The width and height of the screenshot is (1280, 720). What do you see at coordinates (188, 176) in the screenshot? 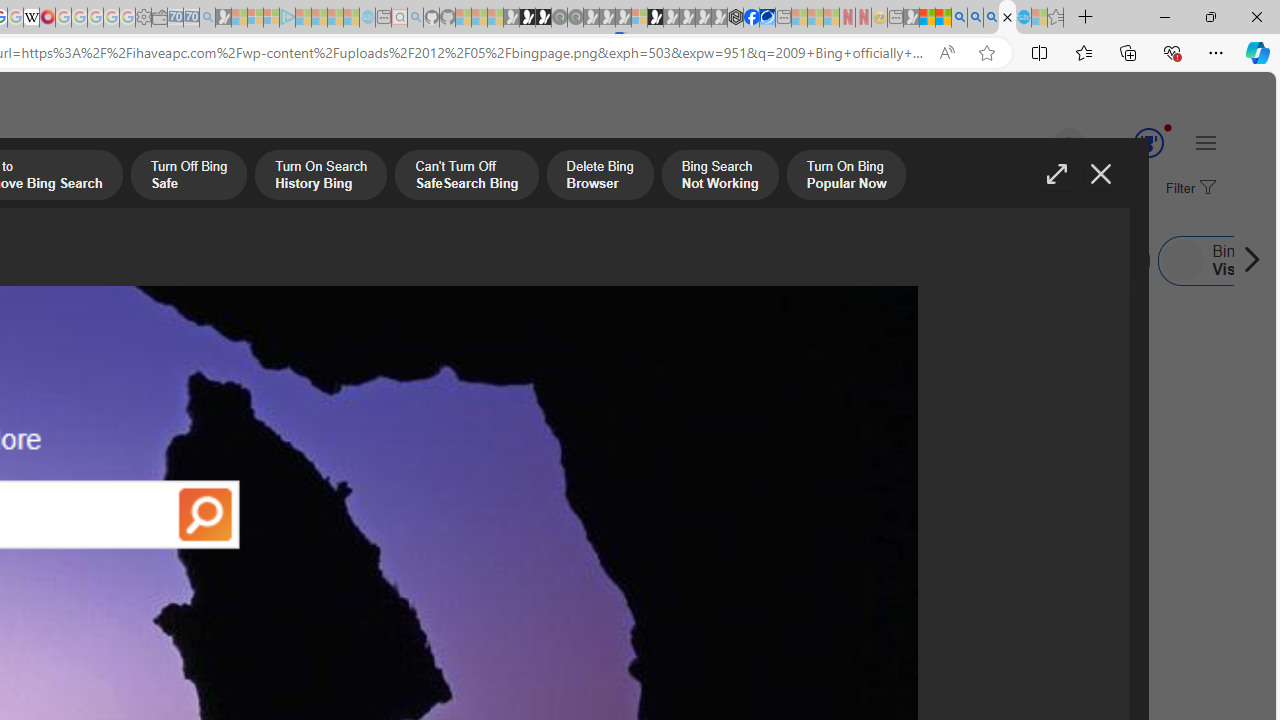
I see `'Turn Off Bing Safe'` at bounding box center [188, 176].